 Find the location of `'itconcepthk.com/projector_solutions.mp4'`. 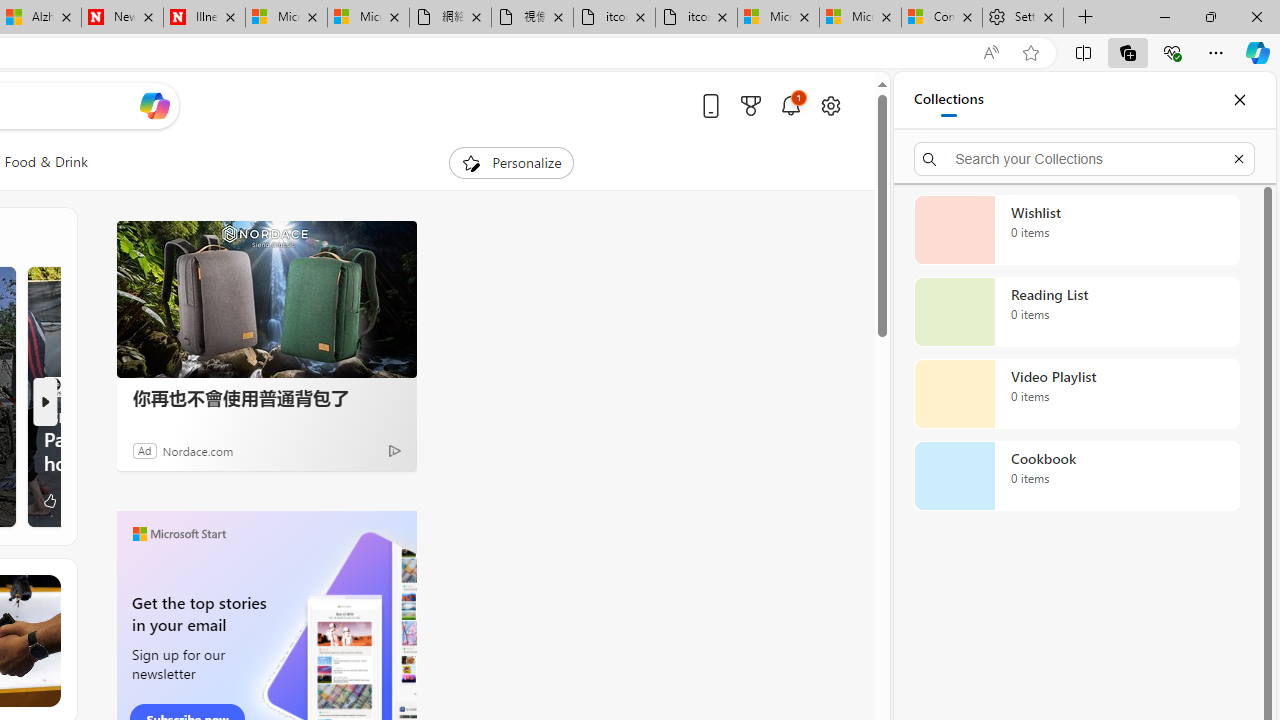

'itconcepthk.com/projector_solutions.mp4' is located at coordinates (696, 17).